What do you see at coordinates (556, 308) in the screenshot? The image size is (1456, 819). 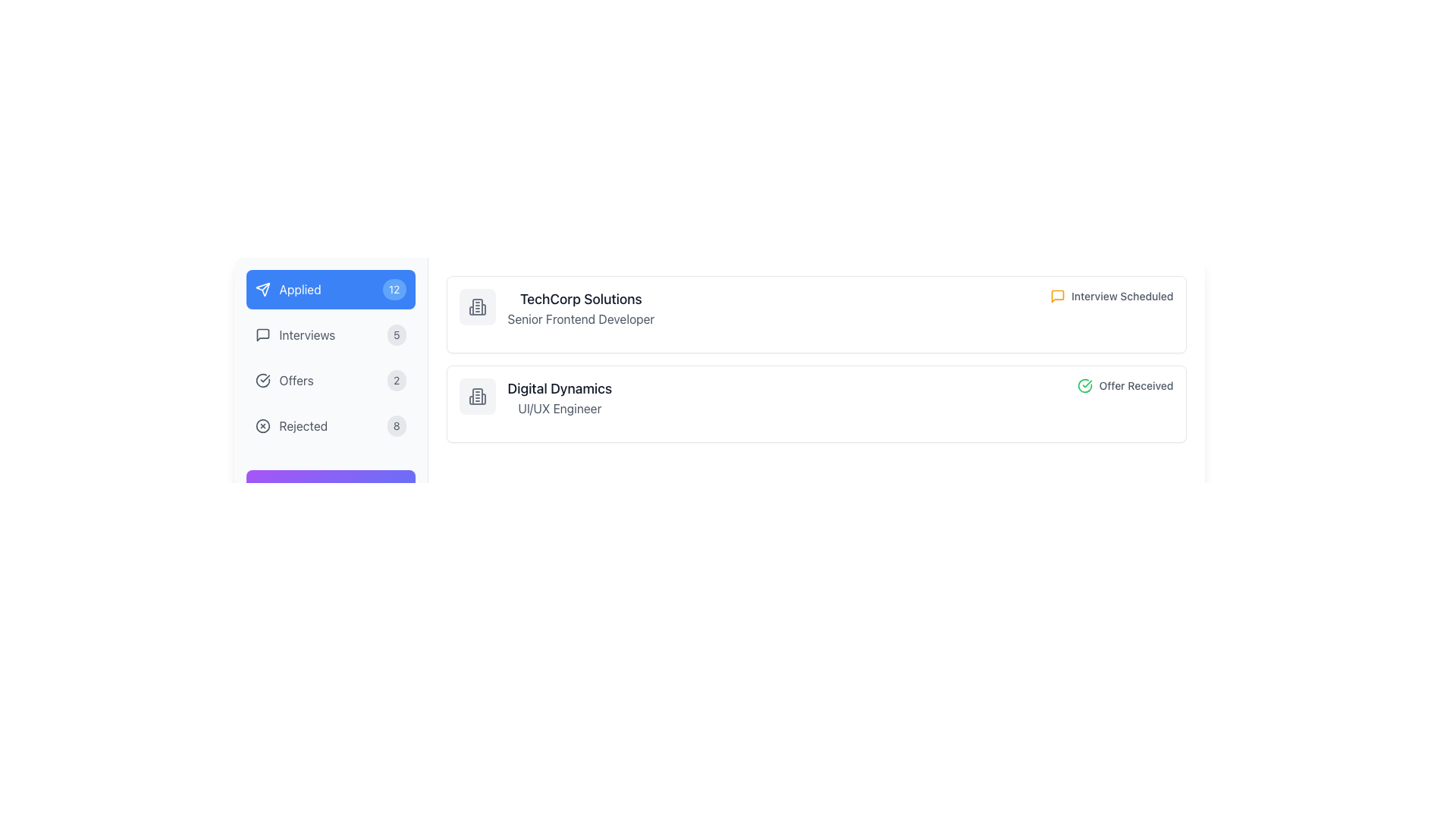 I see `the job listing text block that represents a specific job, located in the top-left section of the main body, adjacent to the left navigation panel, above the 'Digital Dynamics' job entry` at bounding box center [556, 308].